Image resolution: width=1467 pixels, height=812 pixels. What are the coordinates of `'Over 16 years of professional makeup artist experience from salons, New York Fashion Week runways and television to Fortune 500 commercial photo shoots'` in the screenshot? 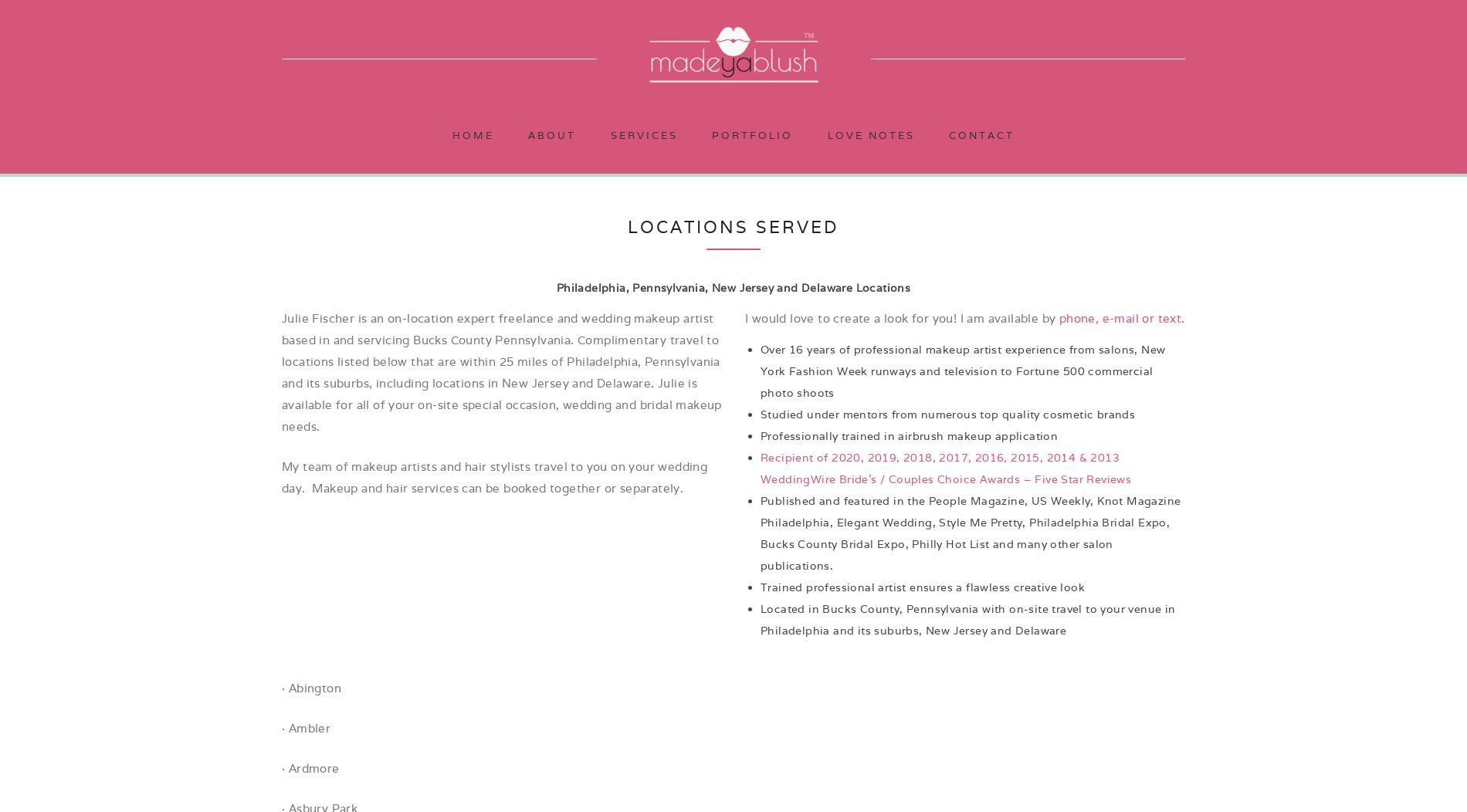 It's located at (961, 370).